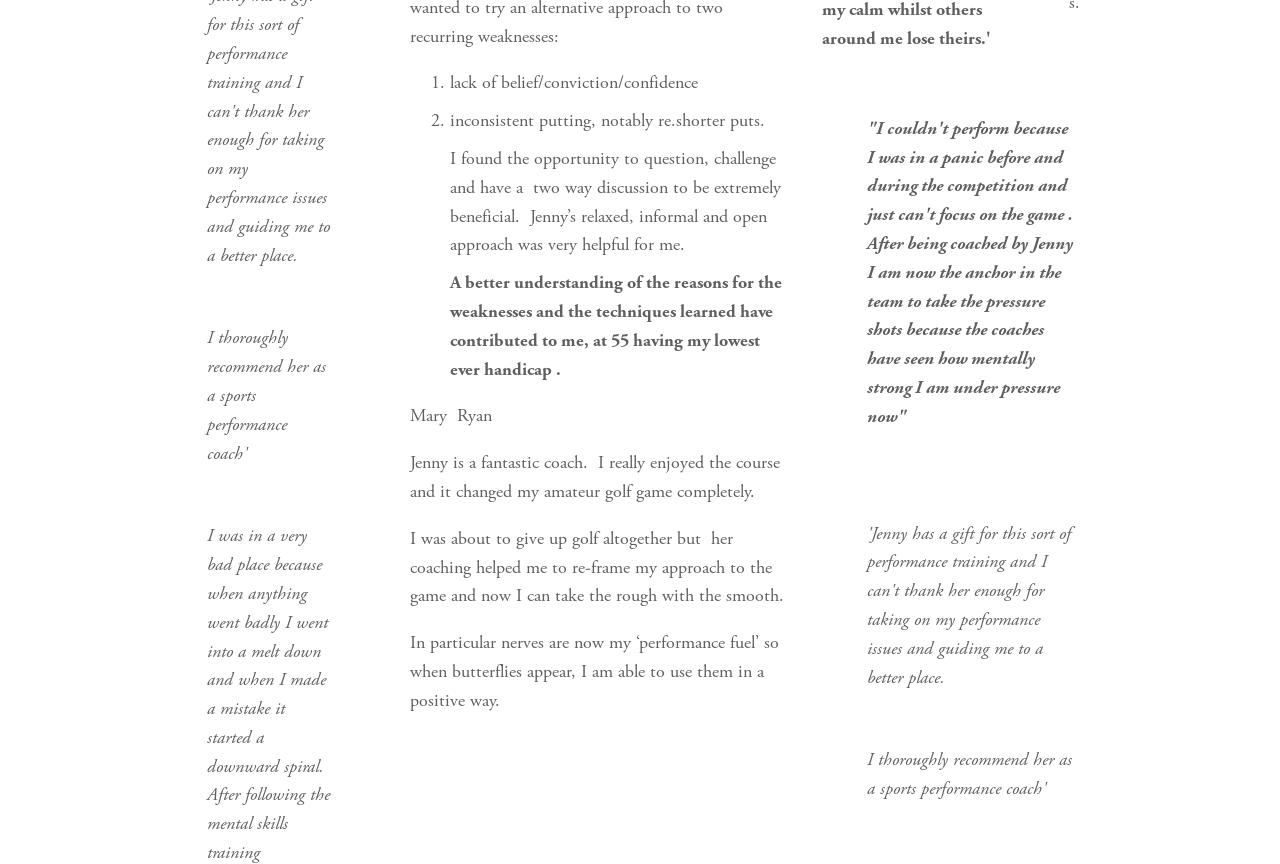 The height and width of the screenshot is (864, 1280). I want to click on 'I found the opportunity to question, challenge and have a  two way discussion to be extremely beneficial.  Jenny’s relaxed, informal and open approach was very helpful for me.', so click(615, 199).